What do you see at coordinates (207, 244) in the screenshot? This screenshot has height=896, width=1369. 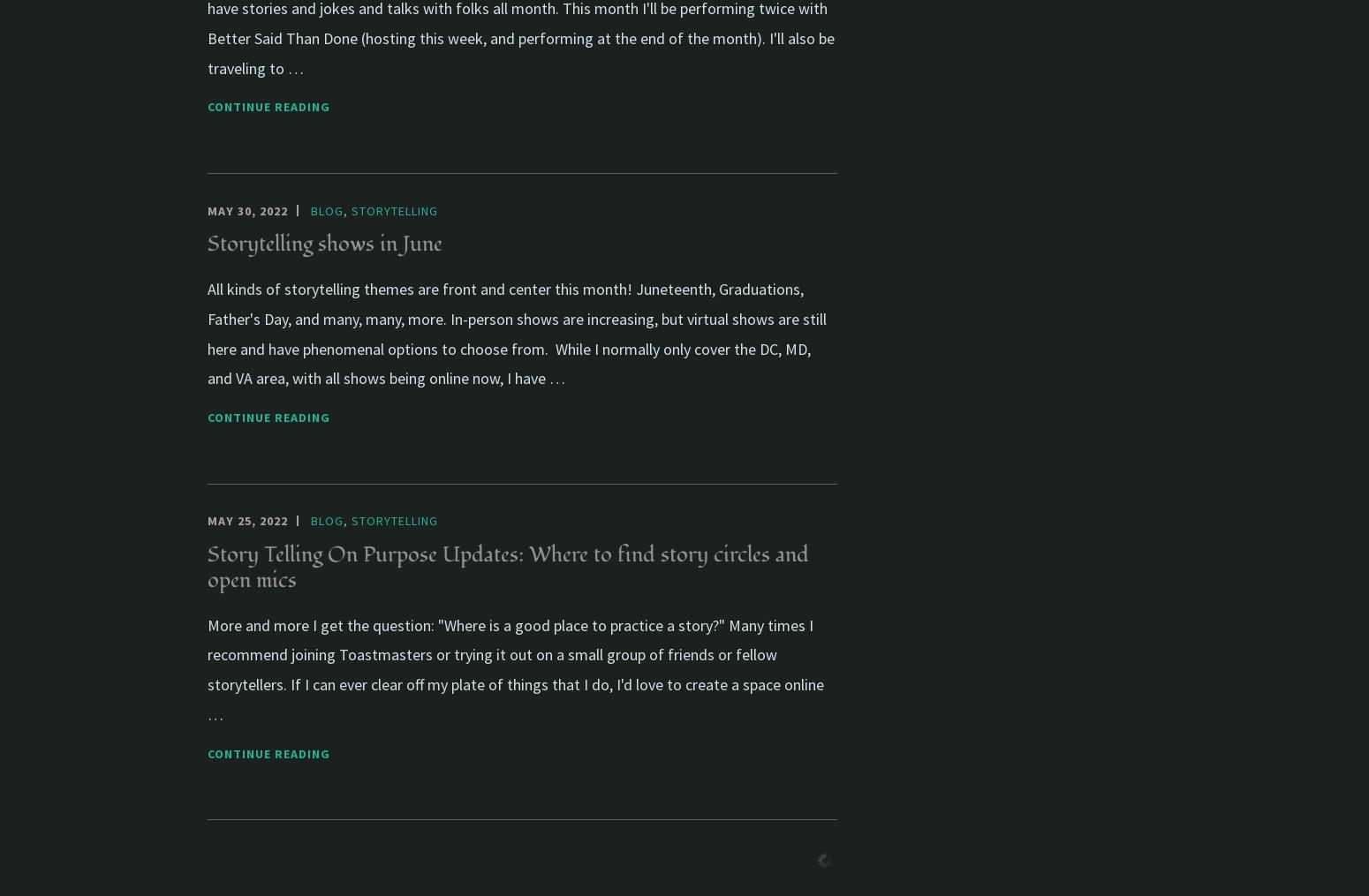 I see `'Storytelling shows in June'` at bounding box center [207, 244].